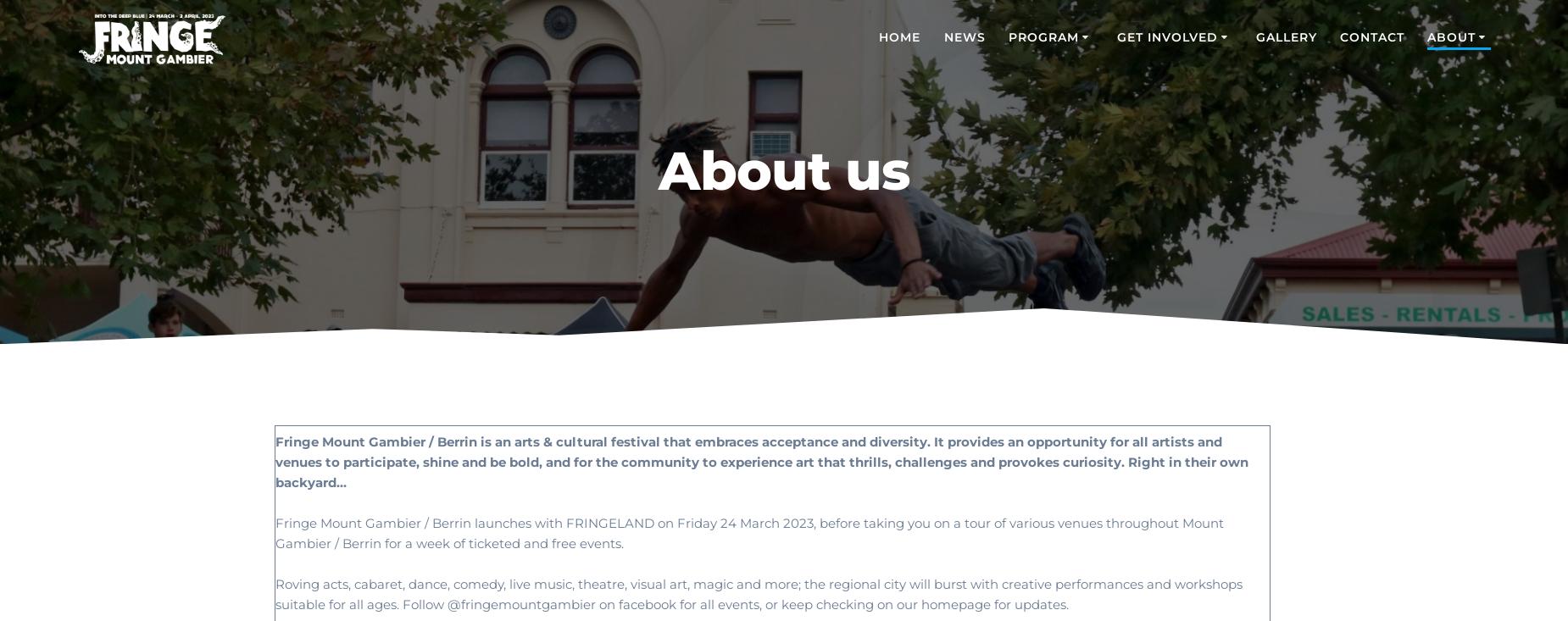  What do you see at coordinates (783, 169) in the screenshot?
I see `'About us'` at bounding box center [783, 169].